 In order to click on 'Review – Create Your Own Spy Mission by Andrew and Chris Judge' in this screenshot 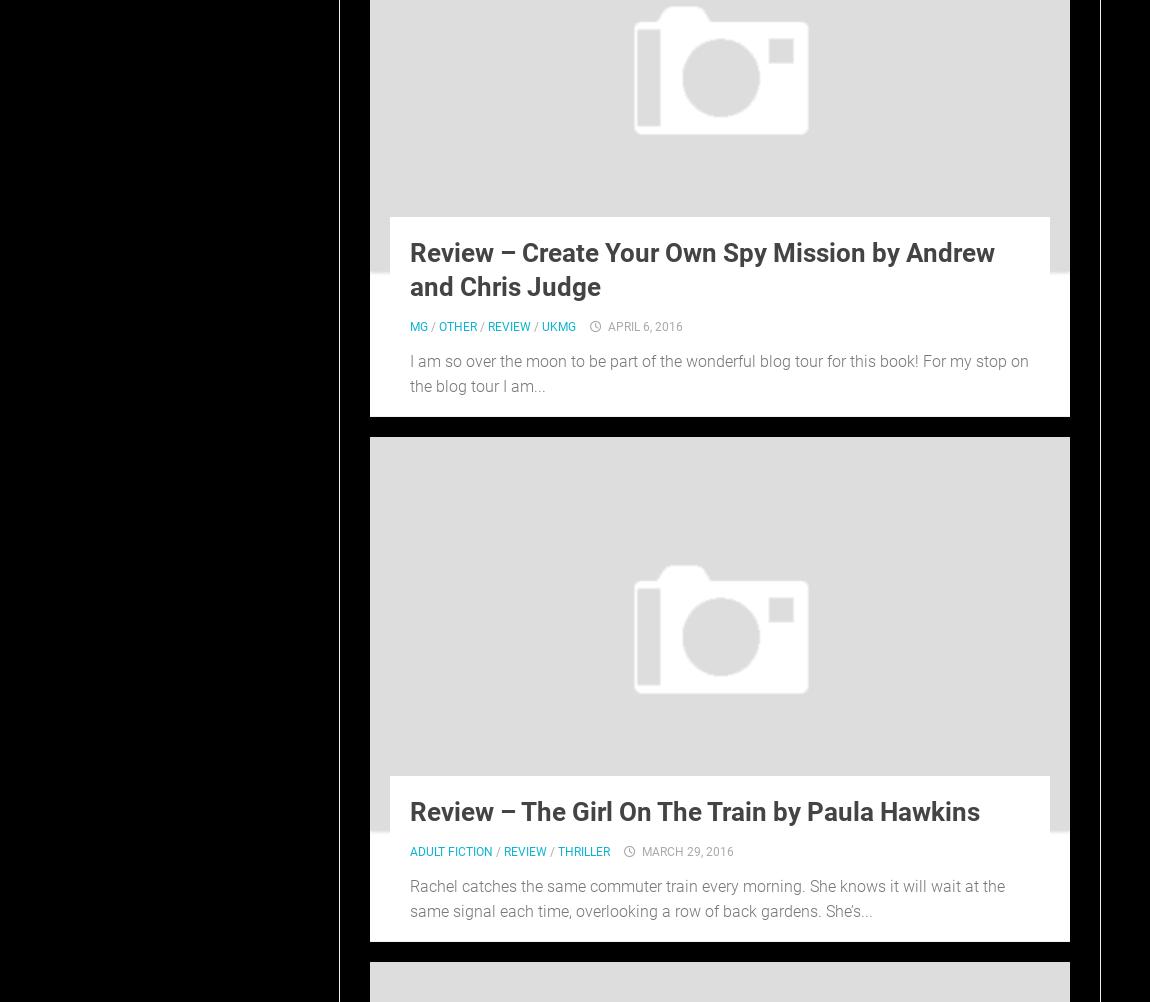, I will do `click(701, 268)`.